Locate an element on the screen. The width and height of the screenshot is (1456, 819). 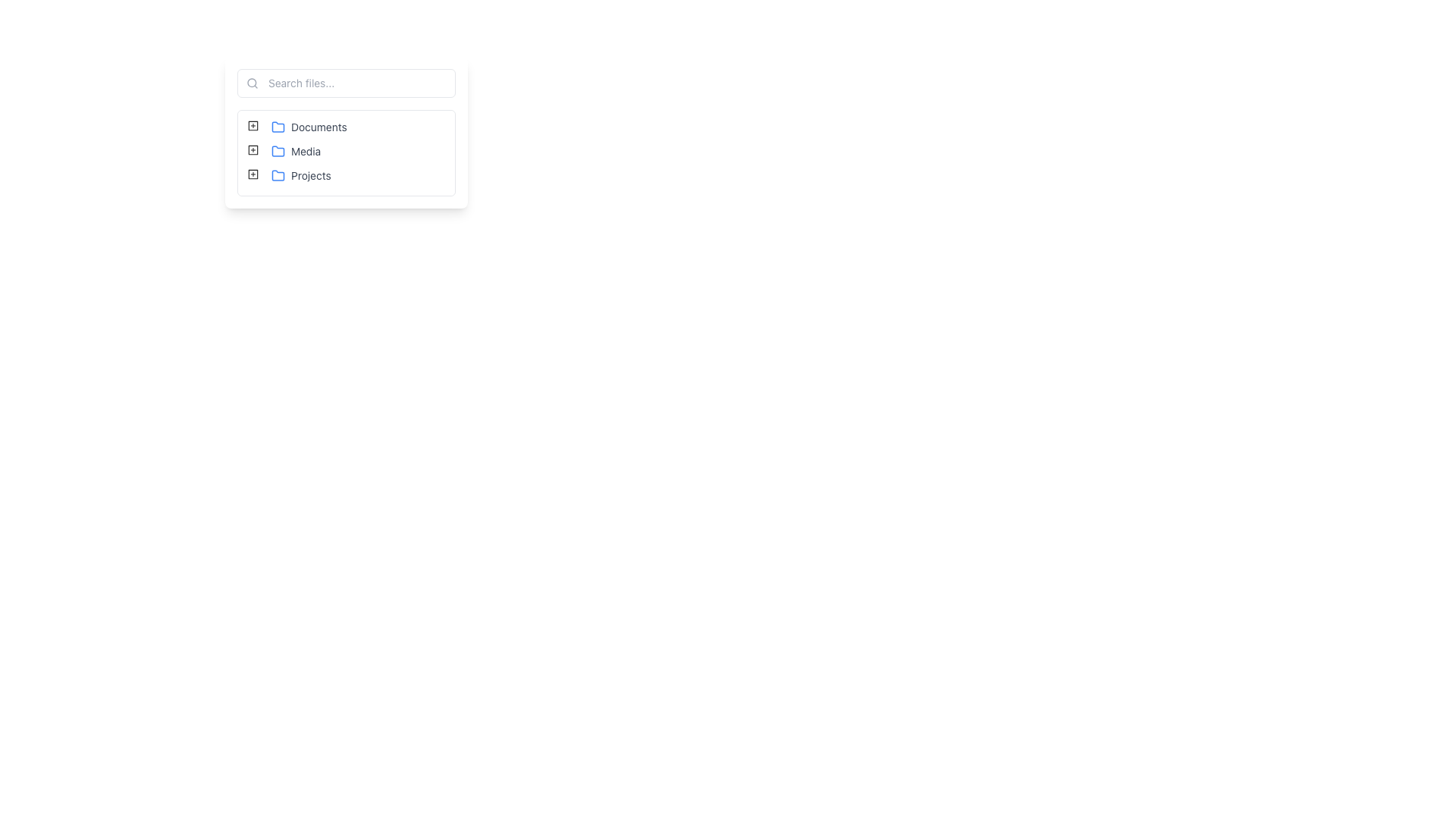
the tree-switcher icon button is located at coordinates (253, 124).